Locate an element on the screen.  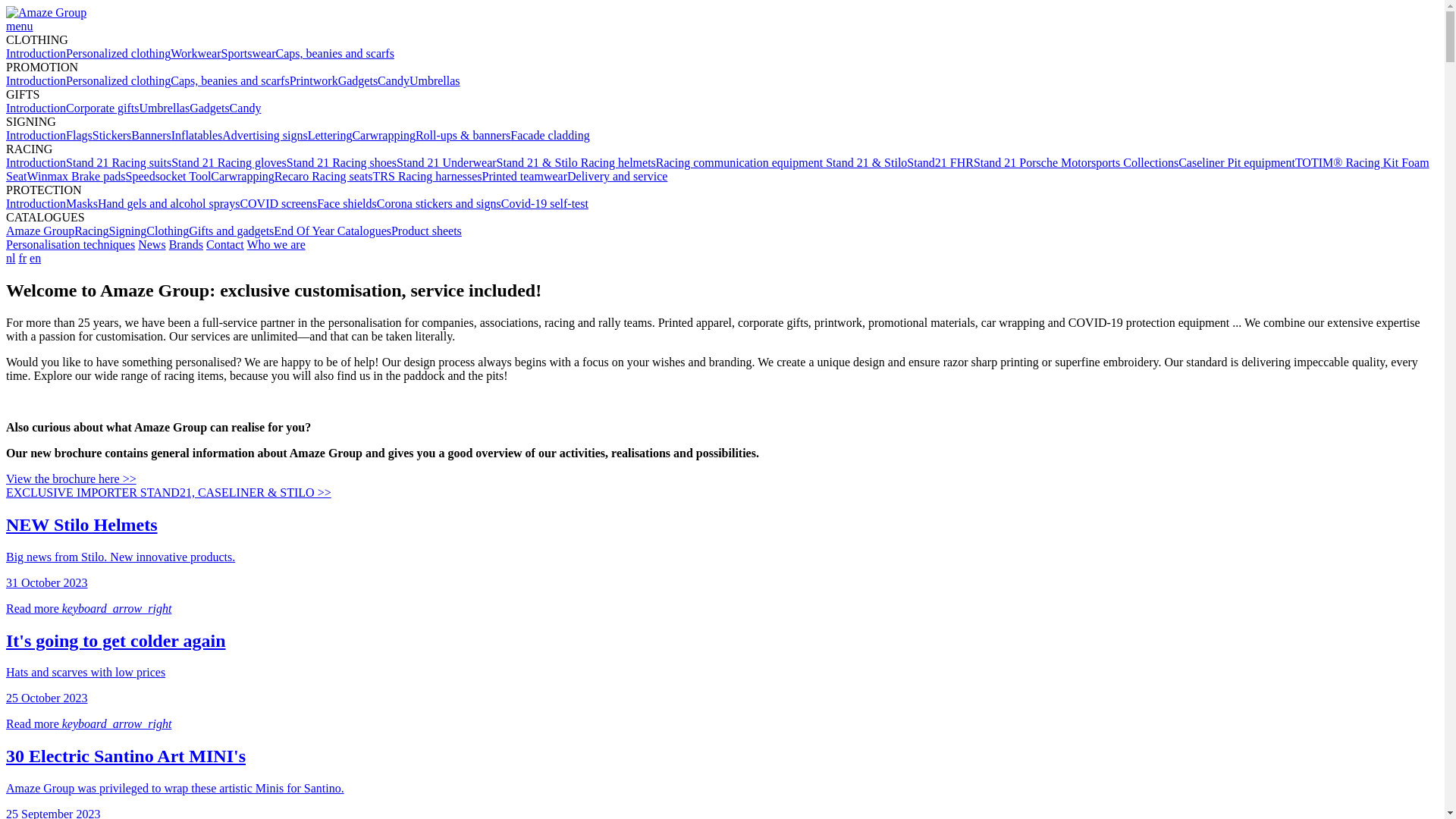
'Corporate gifts' is located at coordinates (101, 107).